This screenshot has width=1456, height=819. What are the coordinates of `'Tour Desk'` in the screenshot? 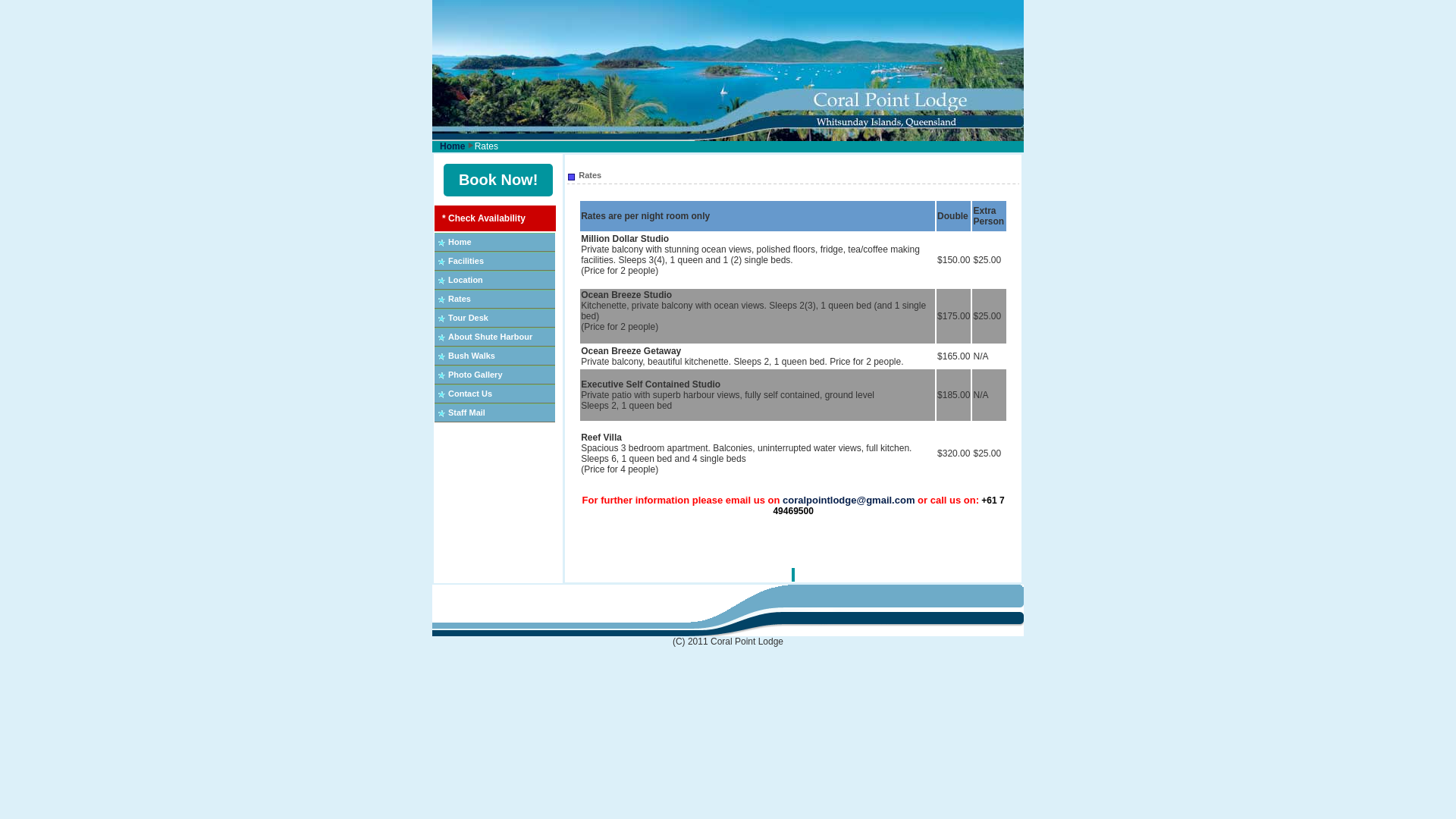 It's located at (467, 317).